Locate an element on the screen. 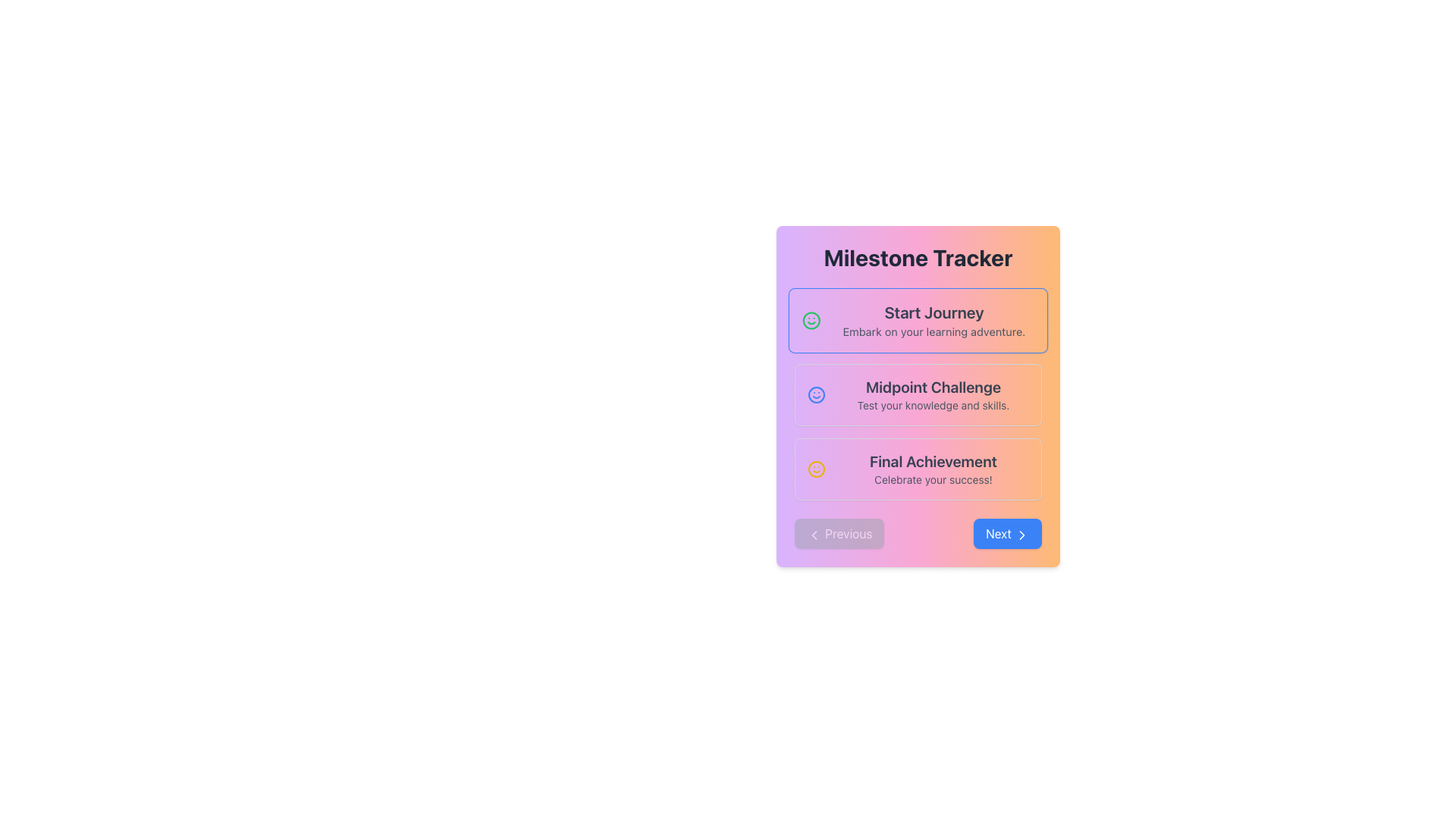 The image size is (1456, 819). the 'Next' button located at the bottom-right corner of the interface to proceed to the next step or page in the application is located at coordinates (1008, 533).